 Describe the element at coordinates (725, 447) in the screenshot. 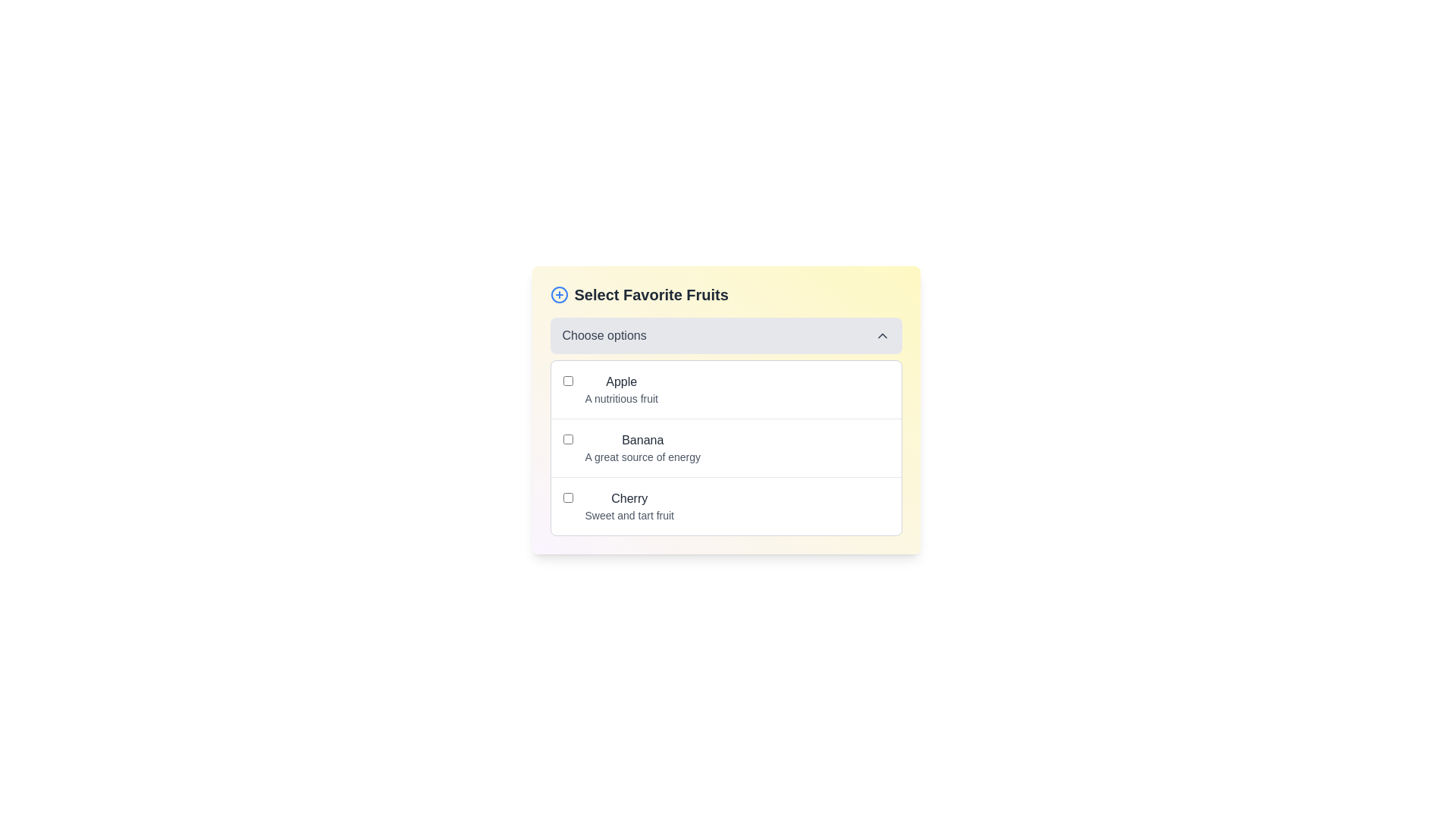

I see `the checkbox` at that location.